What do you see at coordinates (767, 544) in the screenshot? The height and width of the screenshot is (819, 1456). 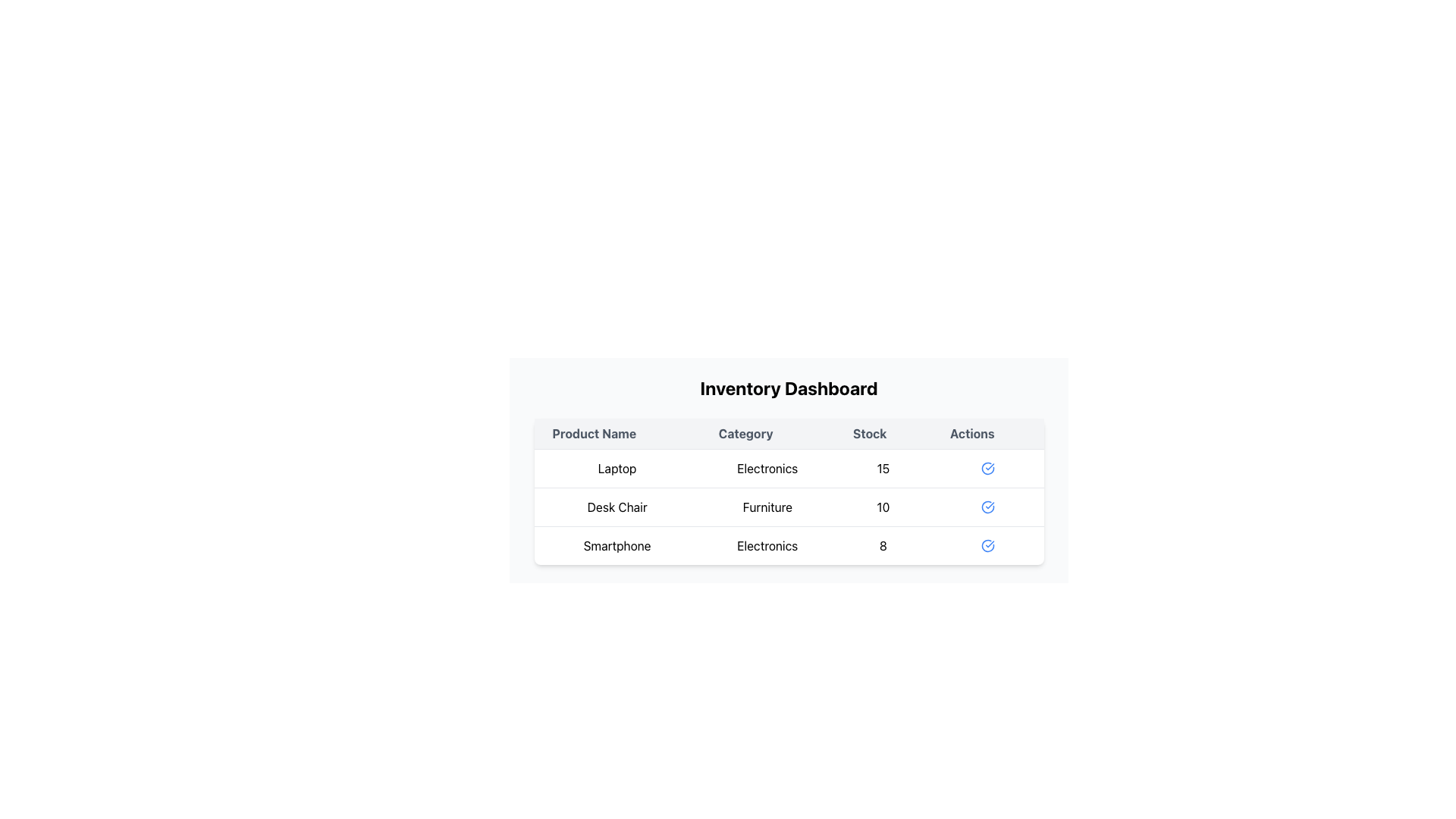 I see `the text label displaying the word 'Electronics', which is located in the second column of the third row of a table, centered within its cell` at bounding box center [767, 544].